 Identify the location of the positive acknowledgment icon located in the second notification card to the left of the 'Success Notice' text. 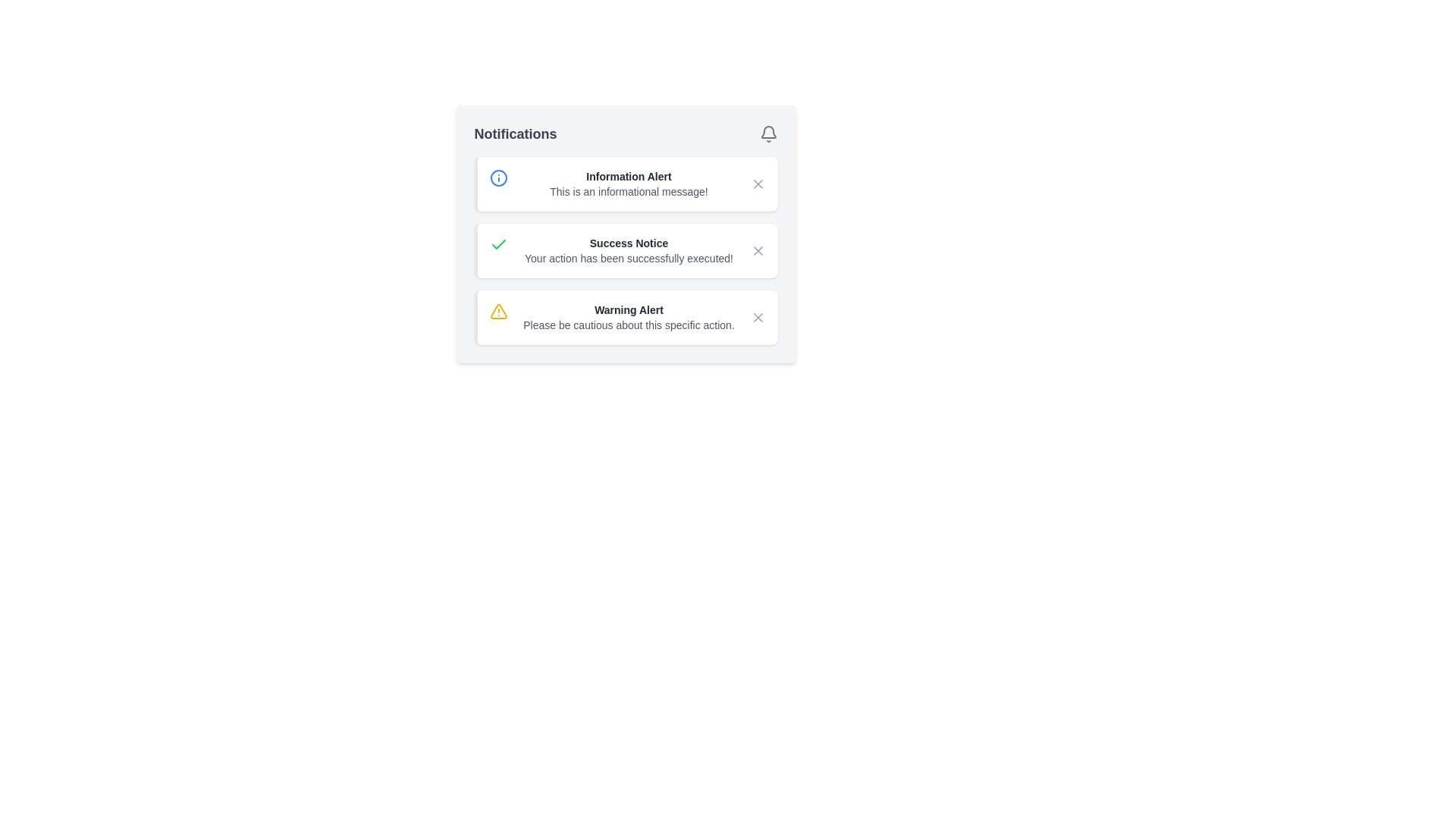
(498, 244).